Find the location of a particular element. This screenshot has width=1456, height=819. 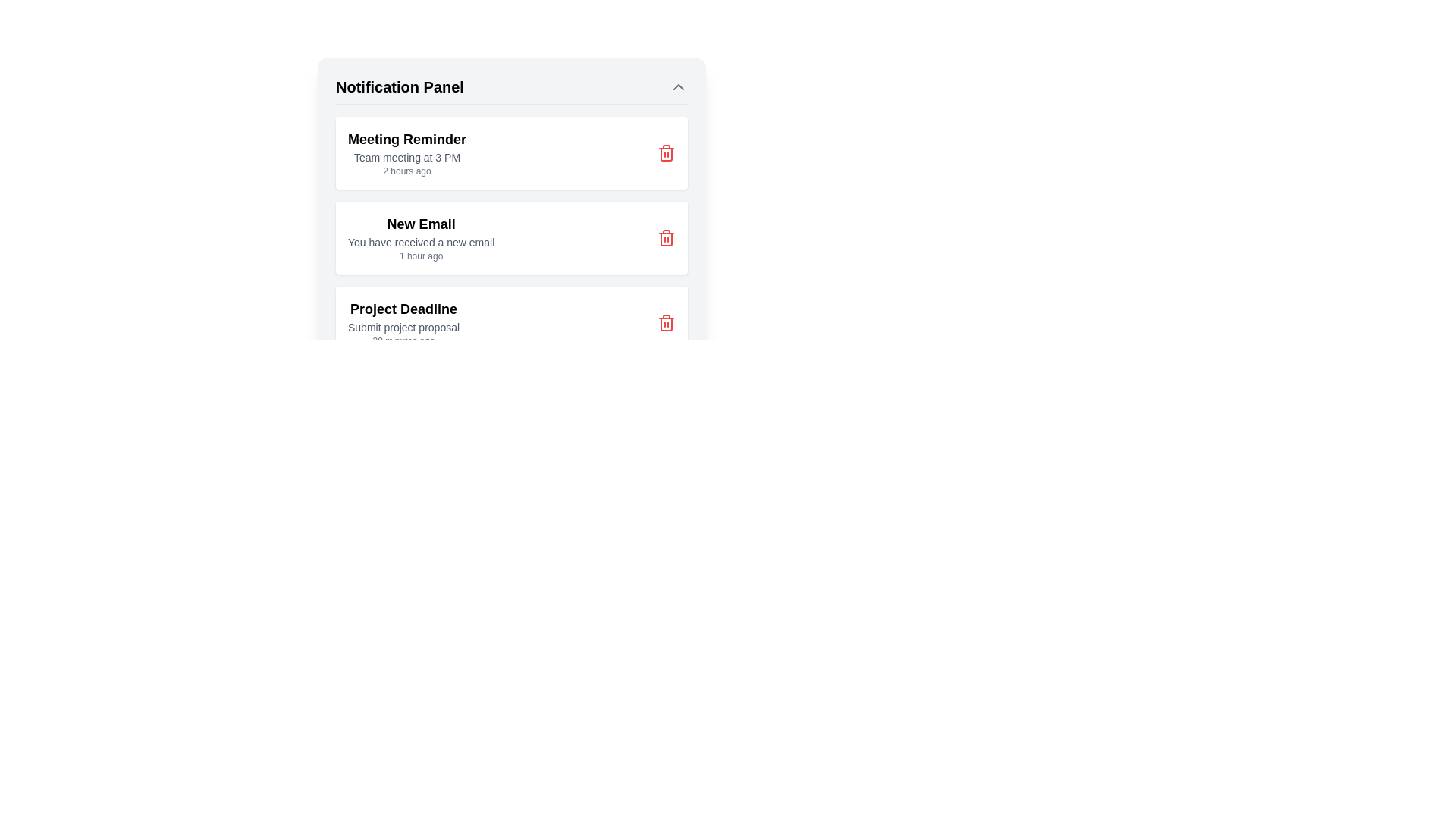

the static text display that shows notification details about a new email, positioned below 'Meeting Reminder' and above 'Project Deadline' is located at coordinates (421, 237).